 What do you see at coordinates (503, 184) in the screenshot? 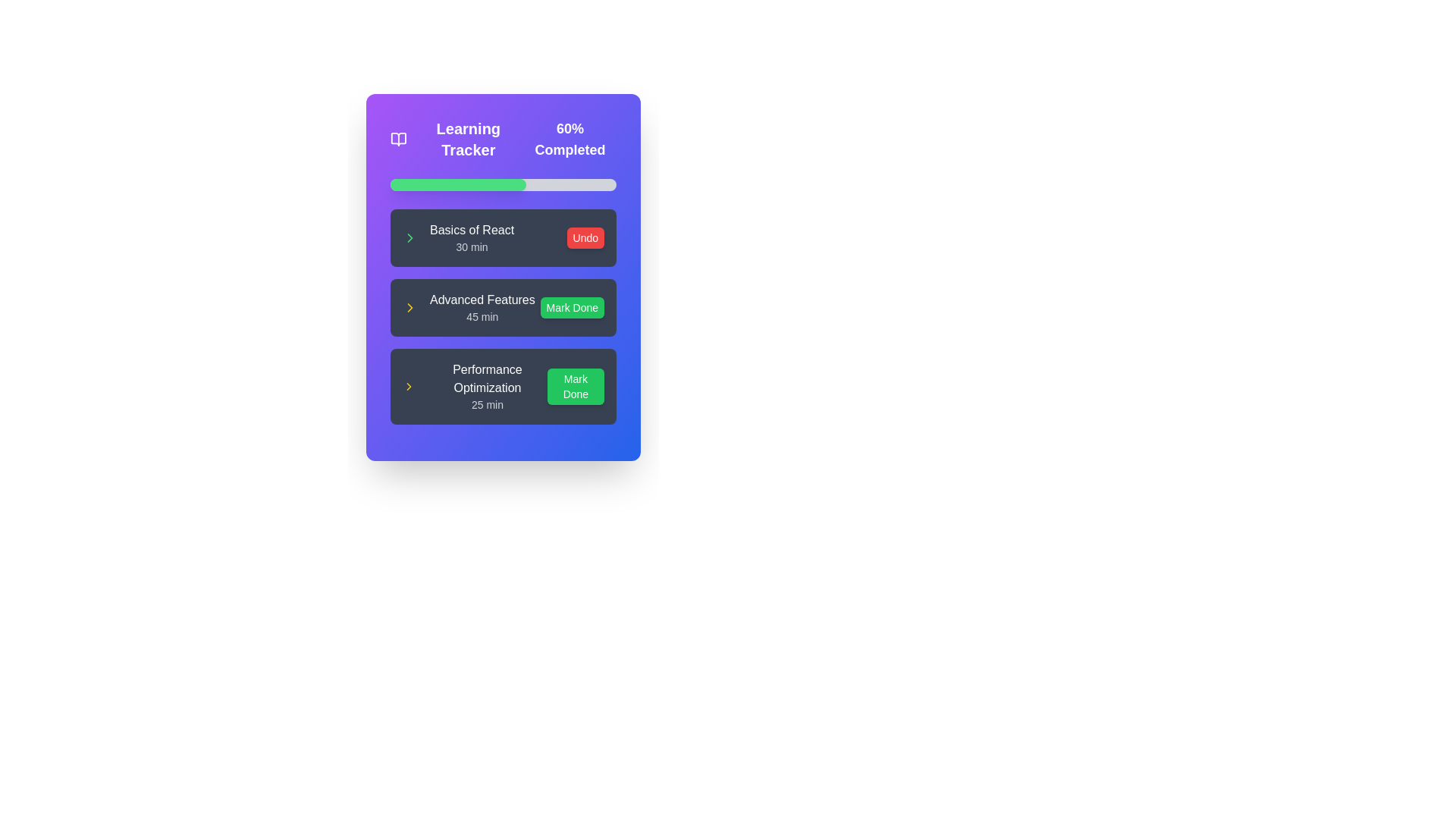
I see `the progress bar indicating 60% completion in the Learning Tracker section` at bounding box center [503, 184].